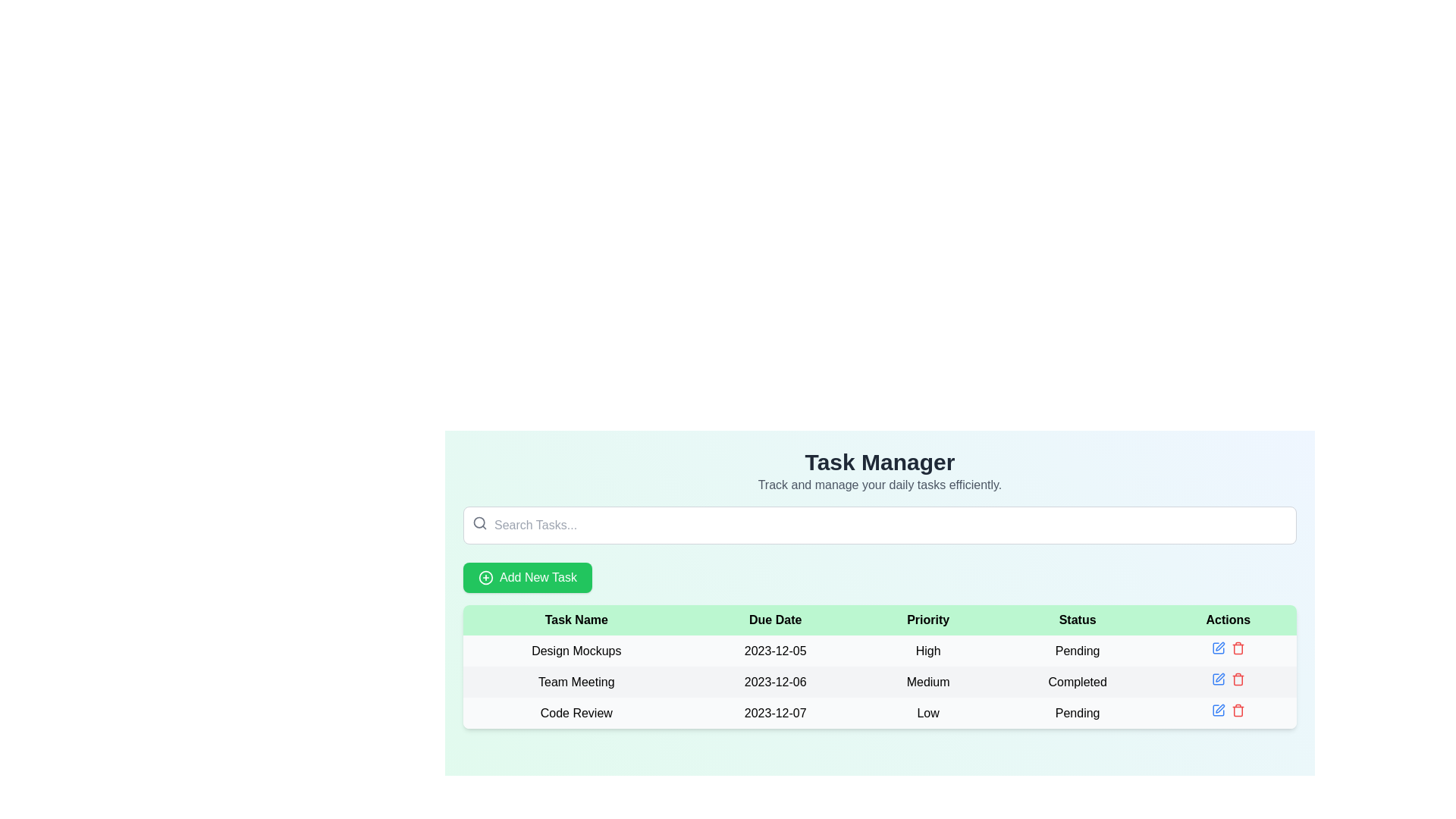 The width and height of the screenshot is (1456, 819). What do you see at coordinates (1218, 711) in the screenshot?
I see `the 'Square' shape icon in the 'Actions' column for the 'Low' priority task by clicking on it` at bounding box center [1218, 711].